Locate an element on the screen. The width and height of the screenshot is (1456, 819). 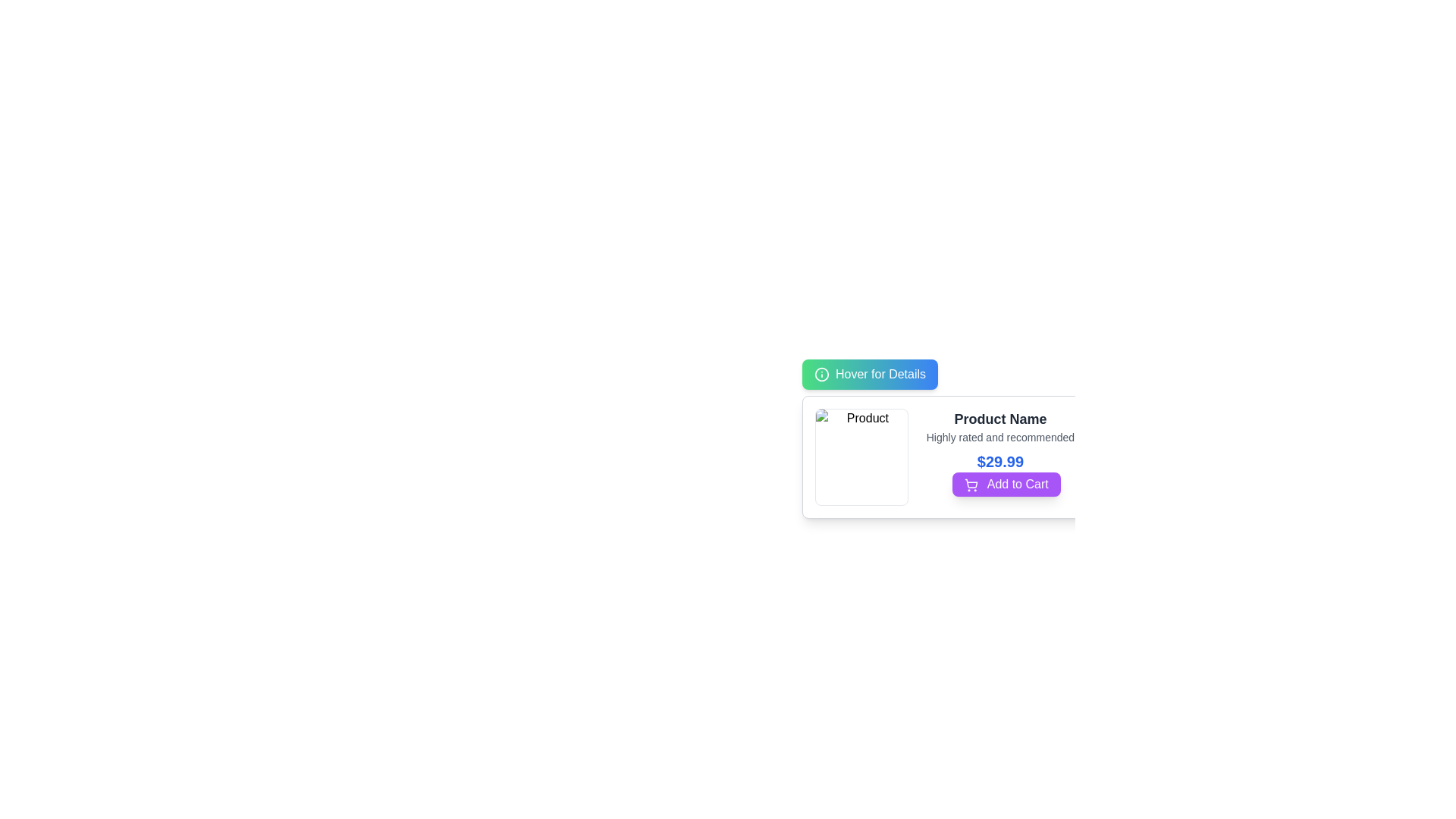
the cart frame element in the shopping cart icon, located on the left side below the pricing information and the 'Add to Cart' button is located at coordinates (971, 483).